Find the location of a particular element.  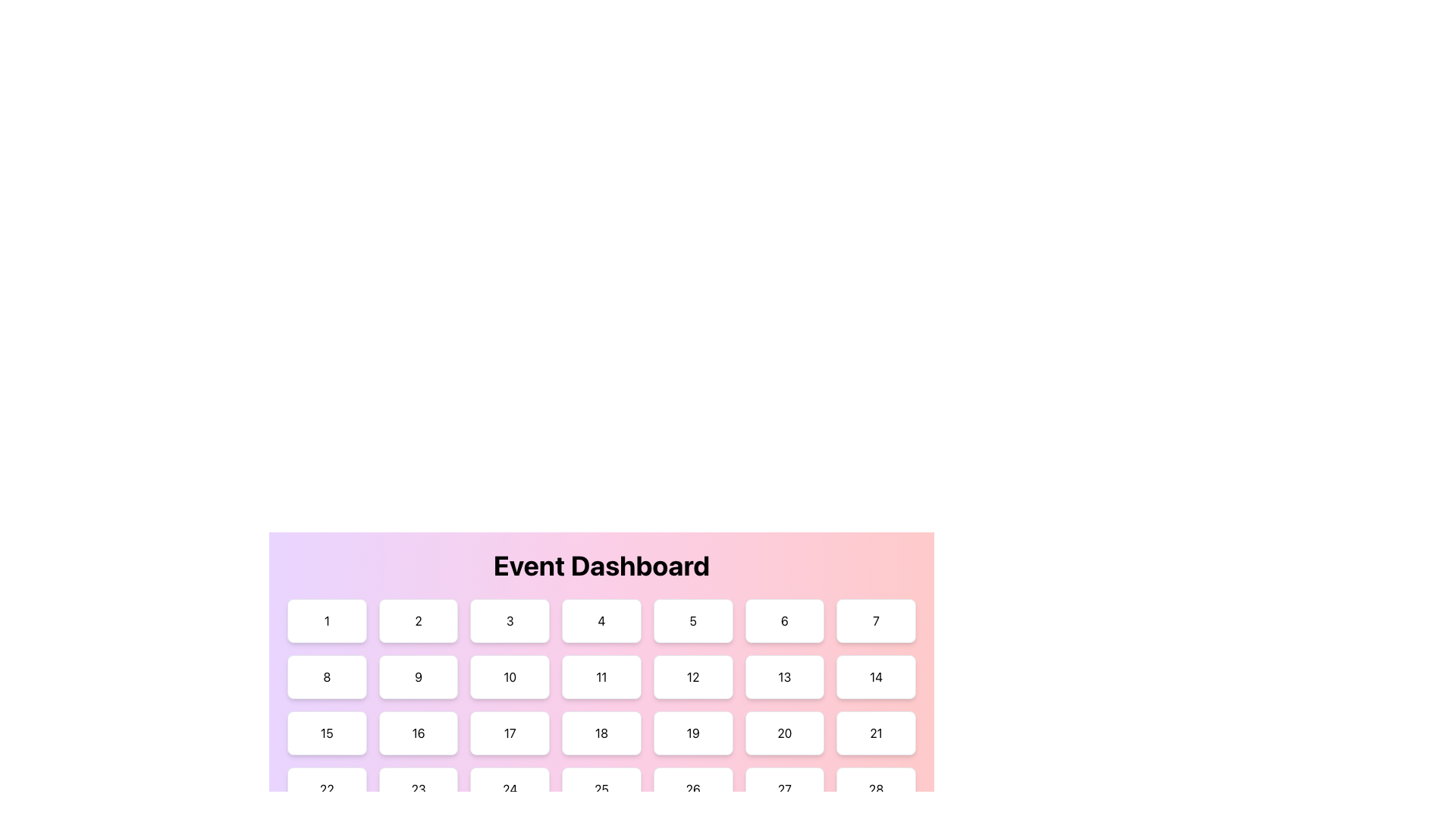

the button representing the number '12', located in the second row and fifth position of a grid layout of buttons is located at coordinates (692, 676).